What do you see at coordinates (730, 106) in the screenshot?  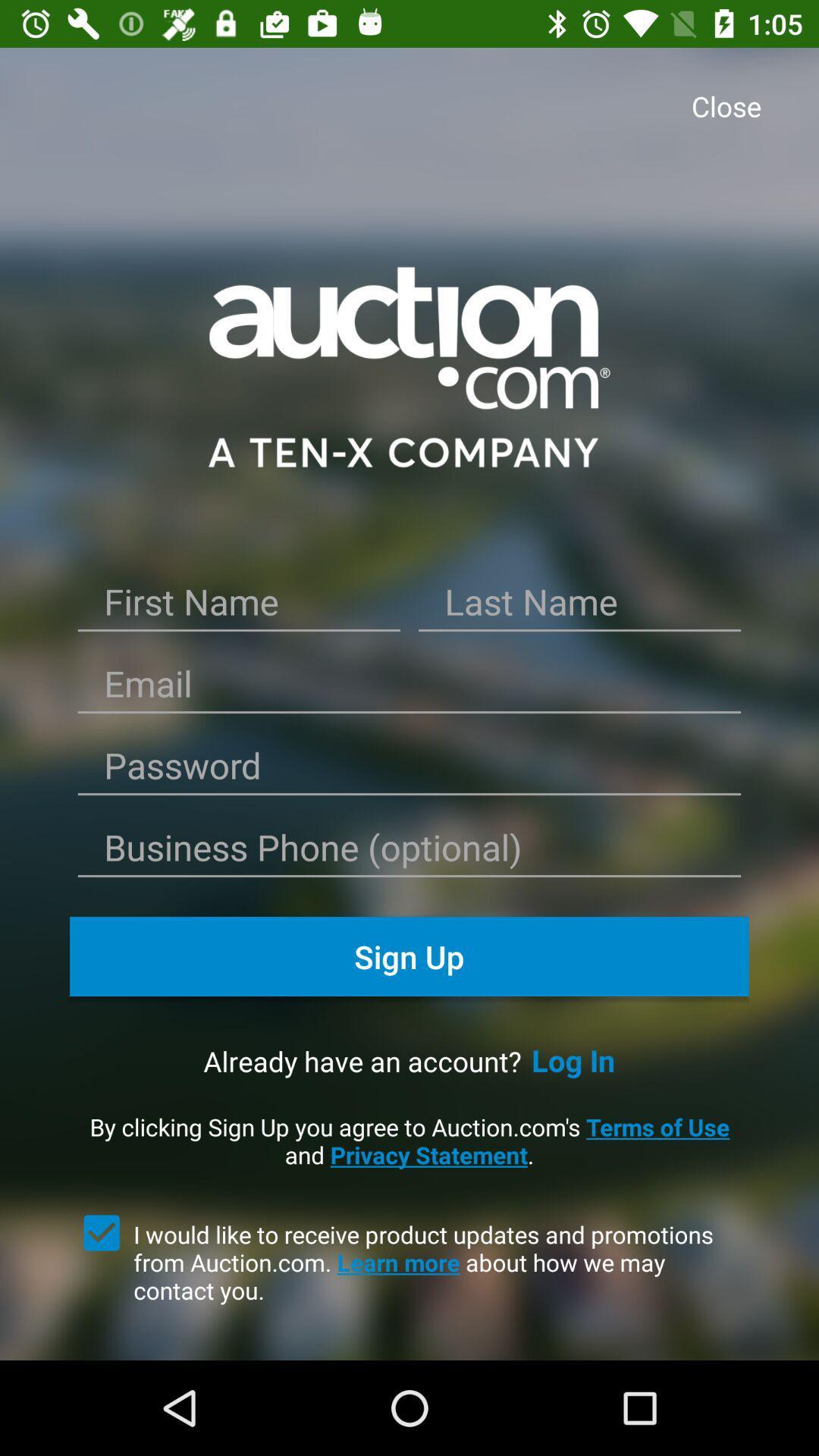 I see `close icon` at bounding box center [730, 106].